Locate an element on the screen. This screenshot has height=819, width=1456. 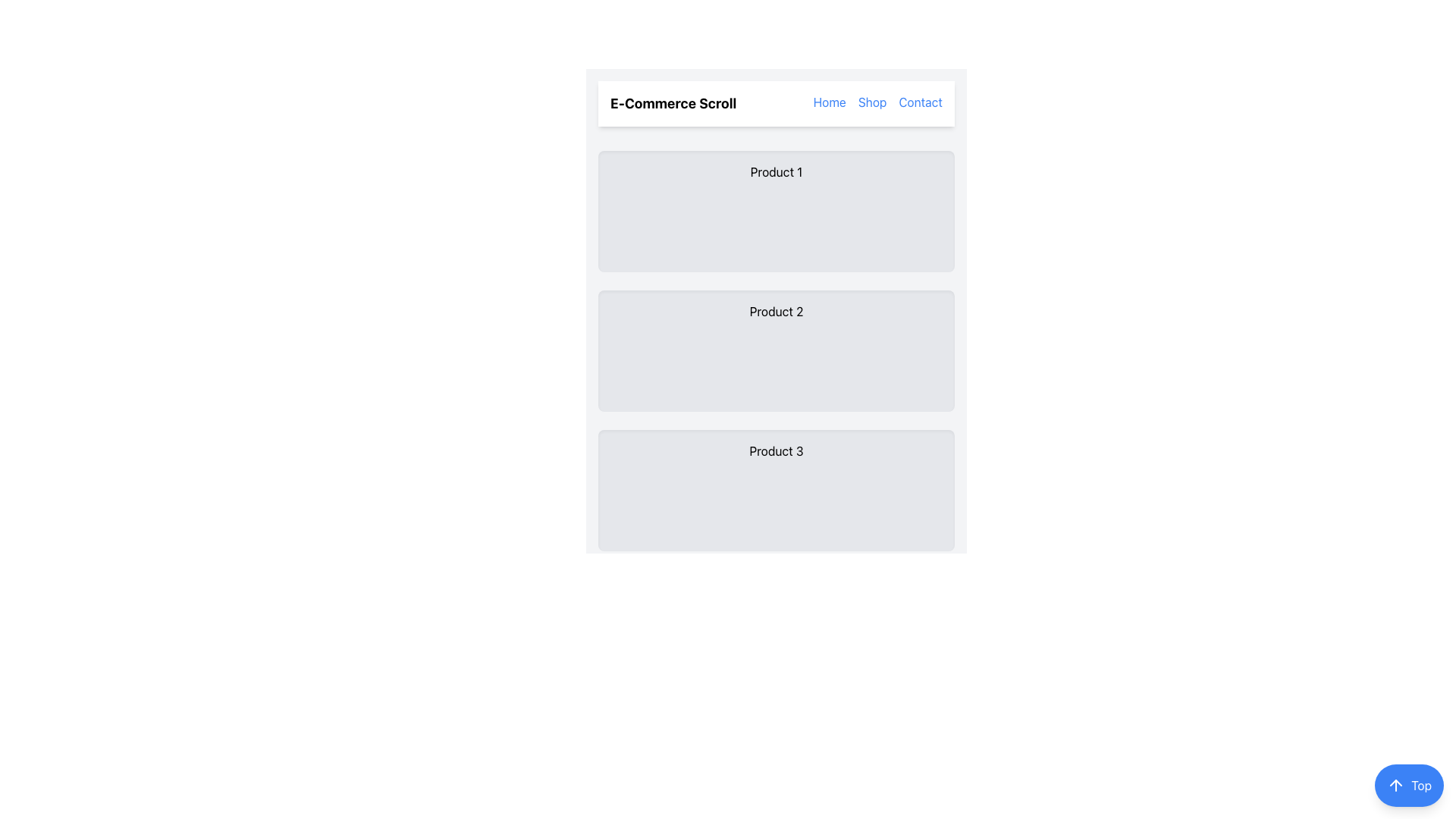
the 'Home' hyperlink text in the navigation bar is located at coordinates (829, 102).